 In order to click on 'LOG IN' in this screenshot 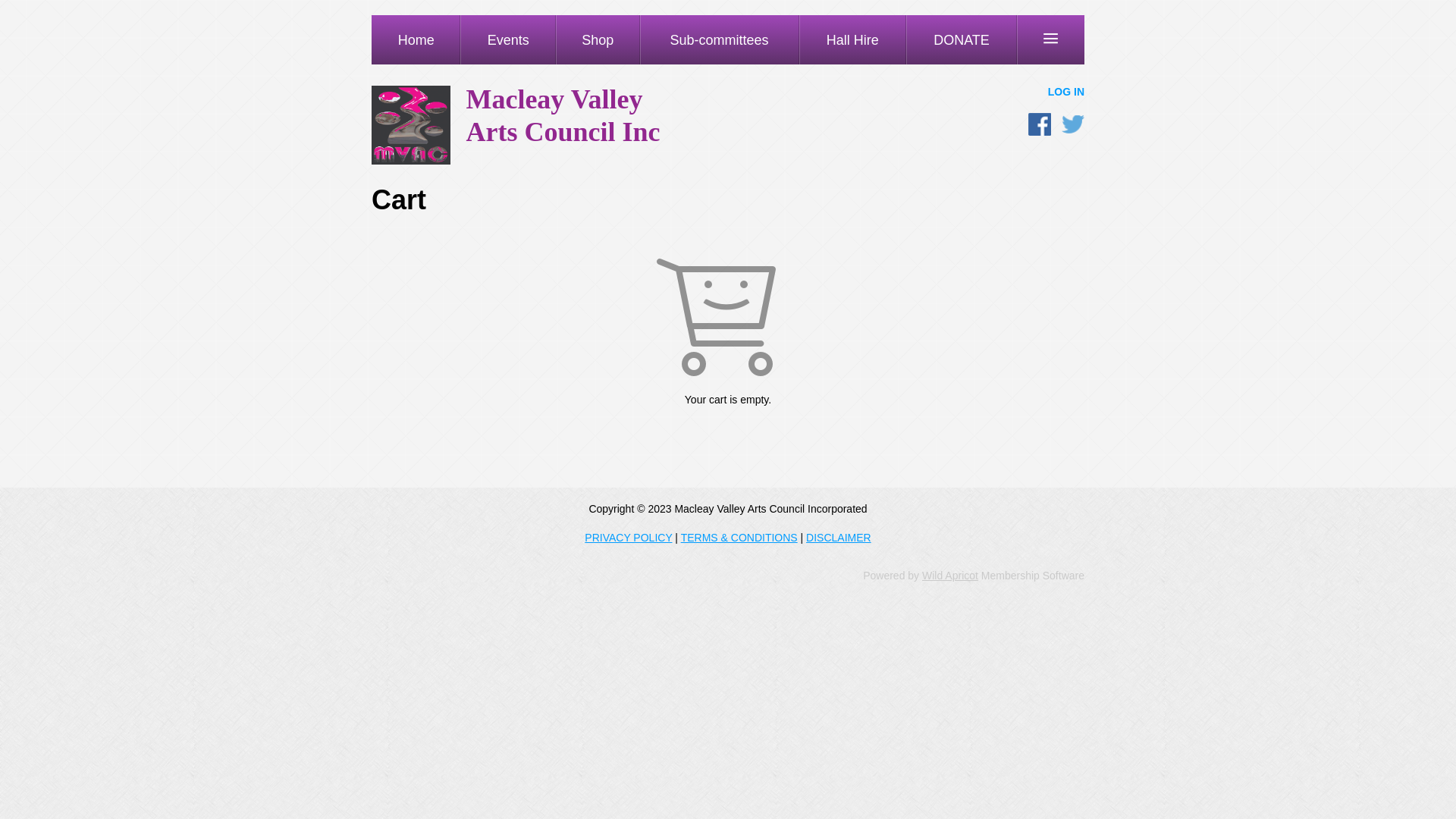, I will do `click(1065, 91)`.